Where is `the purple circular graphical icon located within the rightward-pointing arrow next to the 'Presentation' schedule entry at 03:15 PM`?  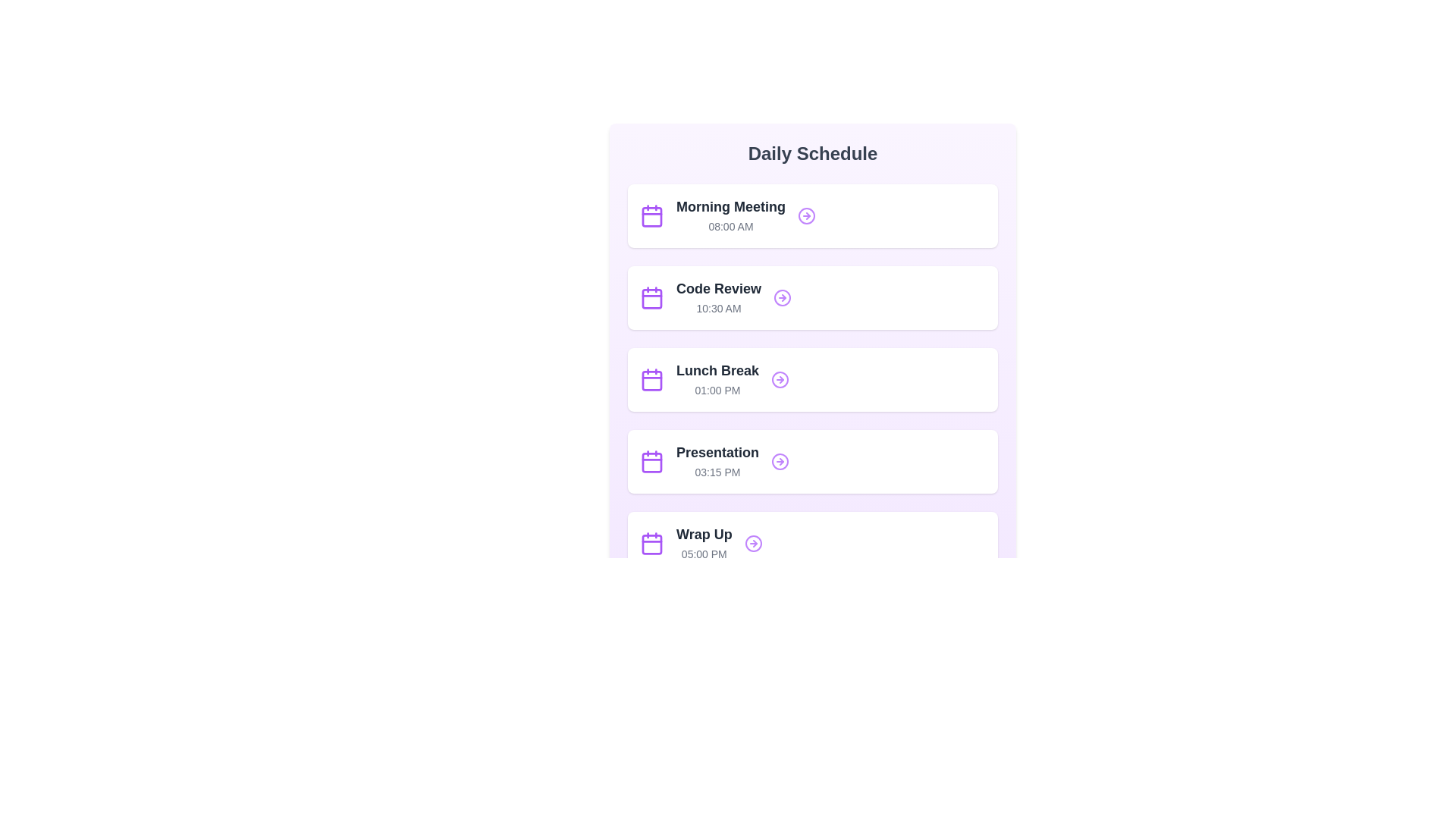 the purple circular graphical icon located within the rightward-pointing arrow next to the 'Presentation' schedule entry at 03:15 PM is located at coordinates (780, 461).